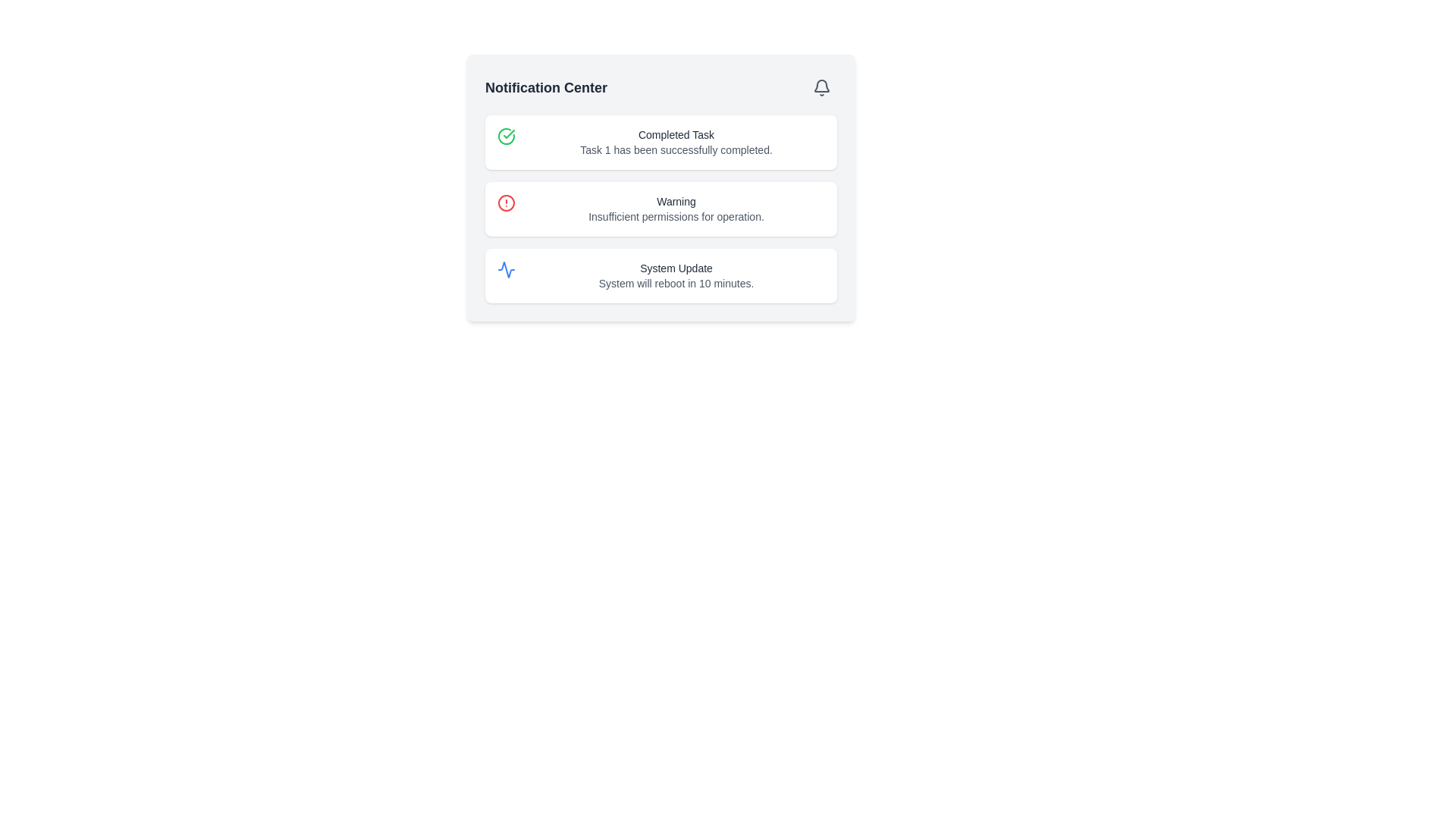 The width and height of the screenshot is (1456, 819). I want to click on the green checkmark icon in the notification panel, indicating completion of the task labeled 'Completed Task', so click(509, 133).